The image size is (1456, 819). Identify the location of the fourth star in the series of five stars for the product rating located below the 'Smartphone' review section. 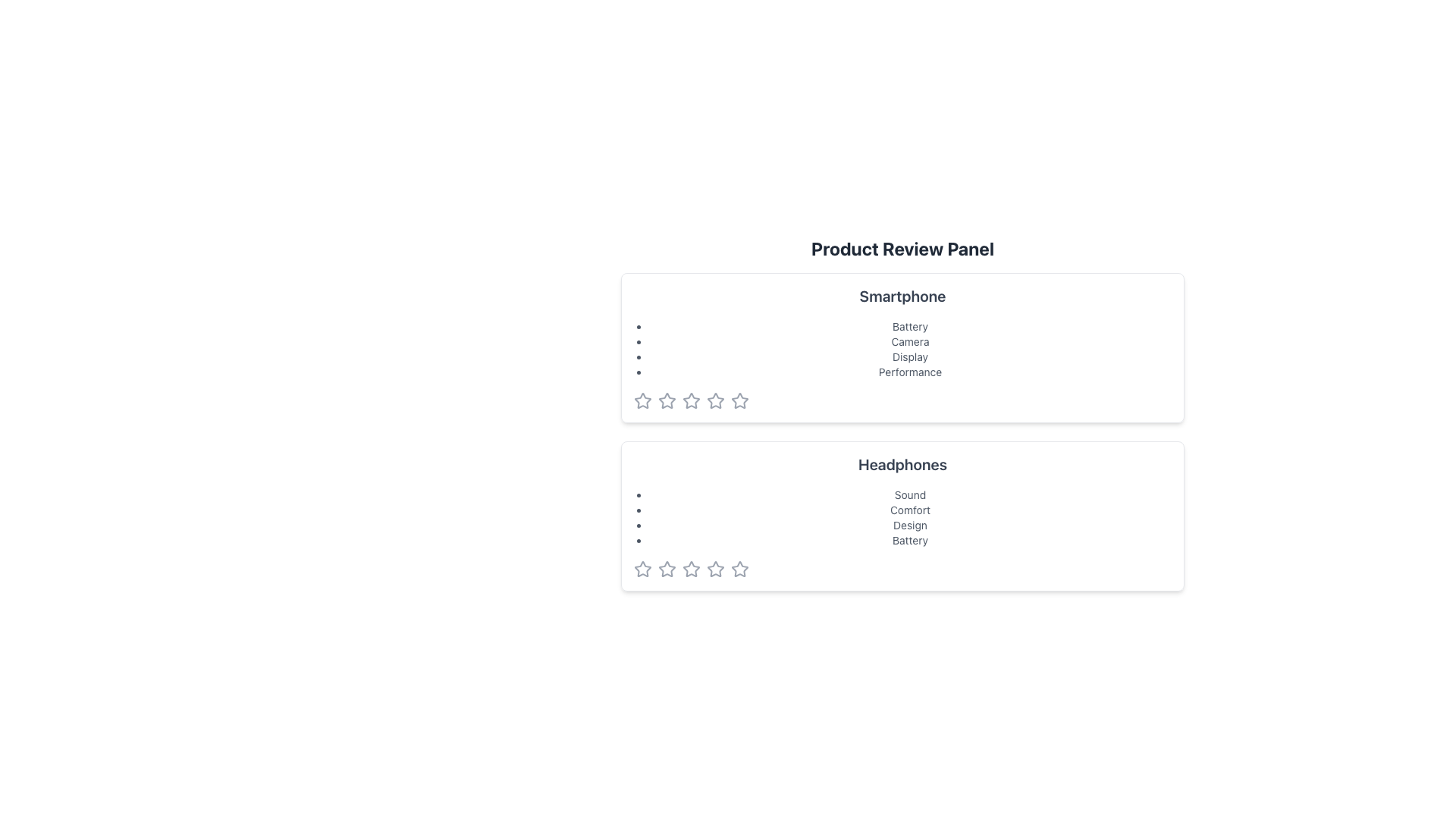
(691, 400).